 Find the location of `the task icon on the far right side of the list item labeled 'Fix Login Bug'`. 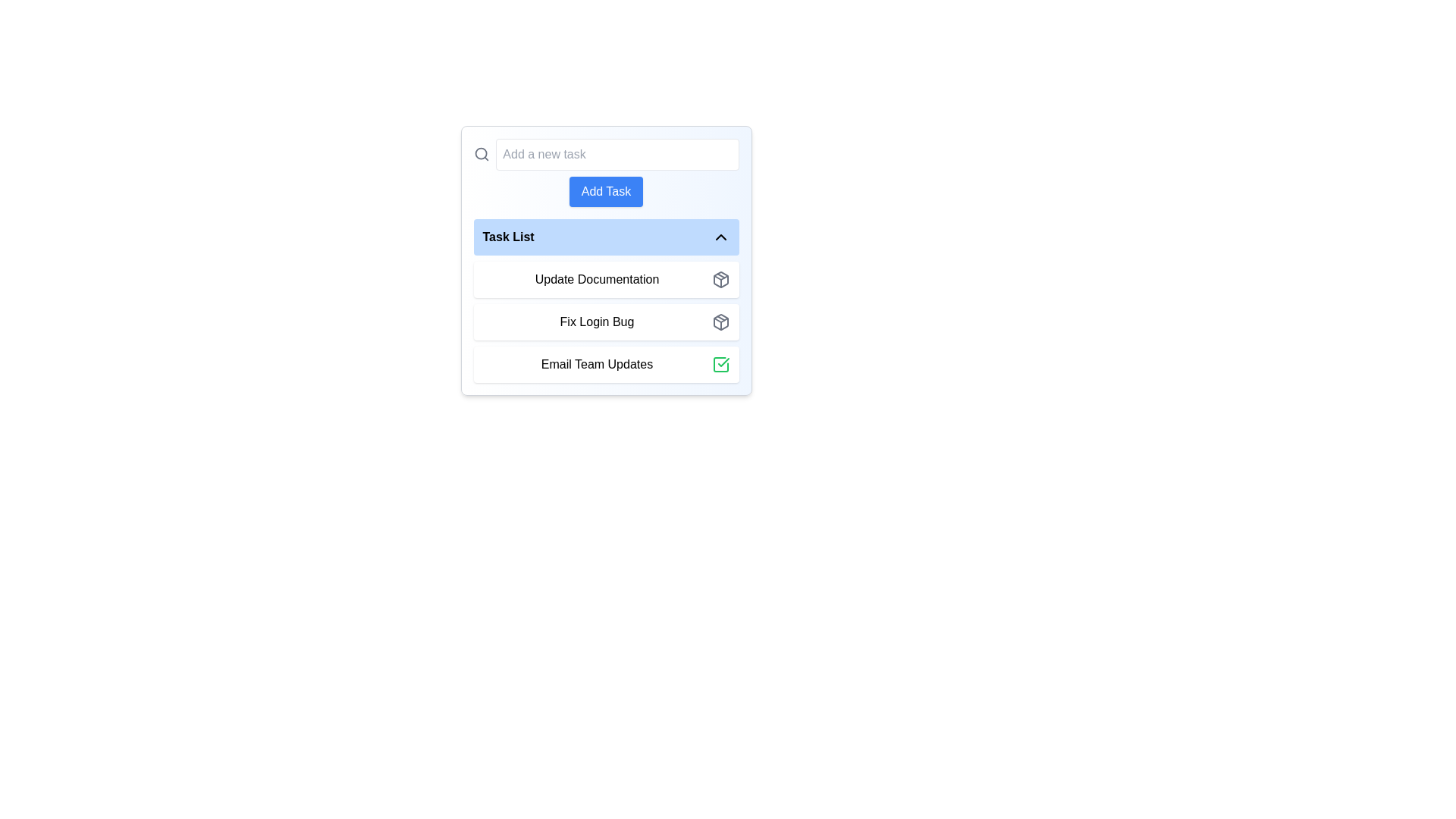

the task icon on the far right side of the list item labeled 'Fix Login Bug' is located at coordinates (720, 321).